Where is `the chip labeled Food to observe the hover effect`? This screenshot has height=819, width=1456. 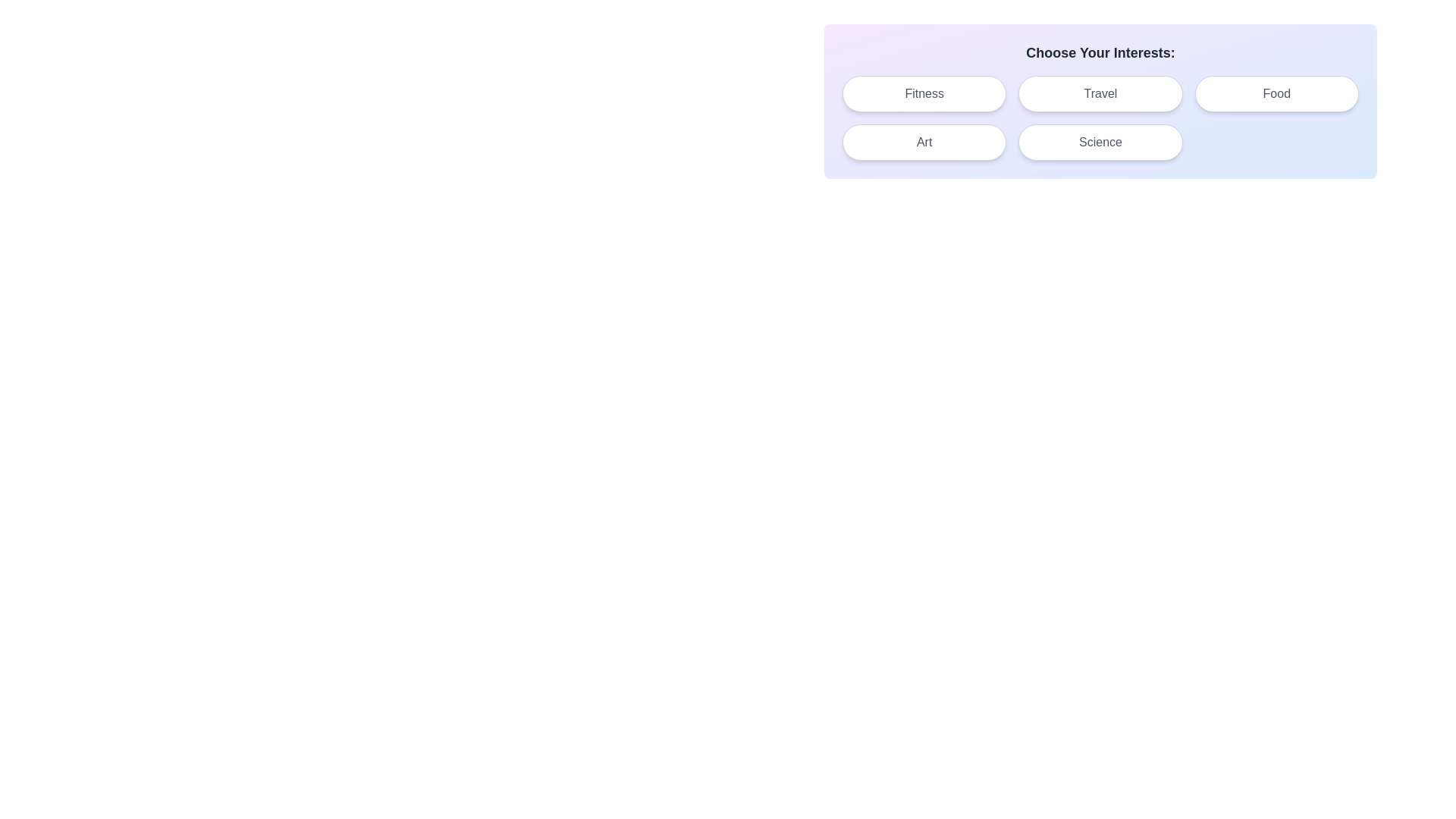 the chip labeled Food to observe the hover effect is located at coordinates (1276, 93).